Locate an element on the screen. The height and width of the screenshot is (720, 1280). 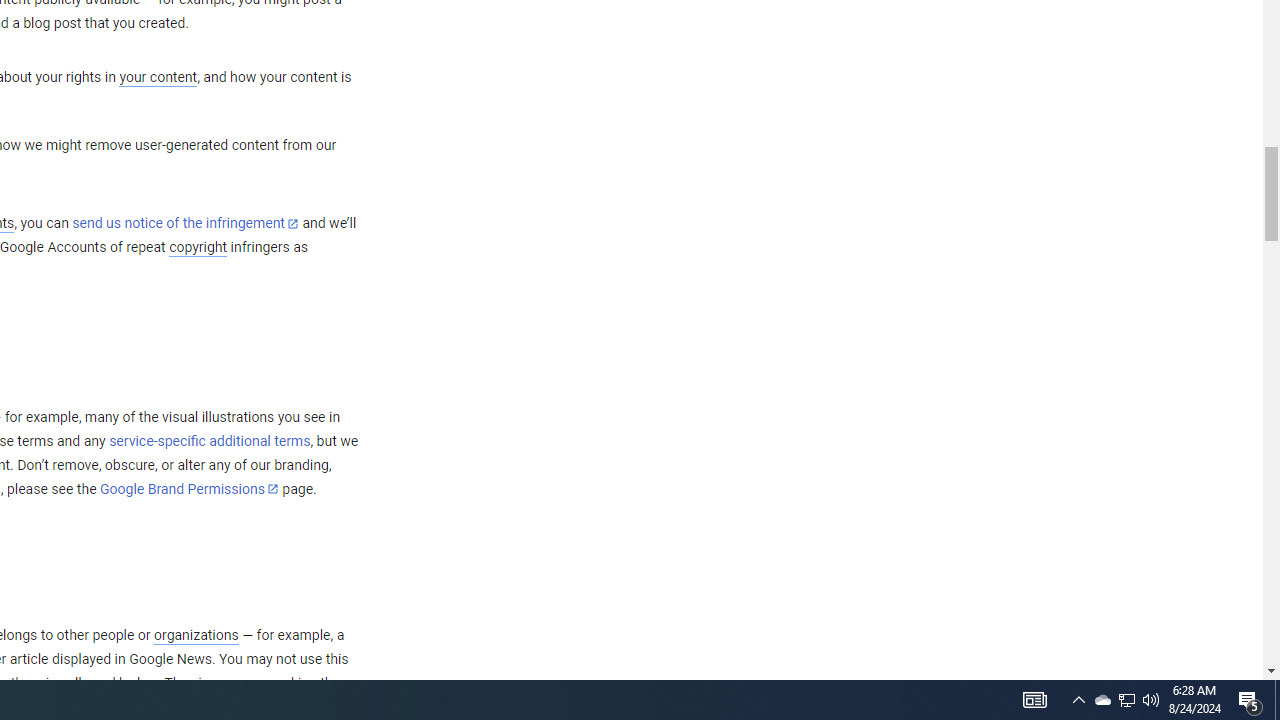
'copyright' is located at coordinates (198, 247).